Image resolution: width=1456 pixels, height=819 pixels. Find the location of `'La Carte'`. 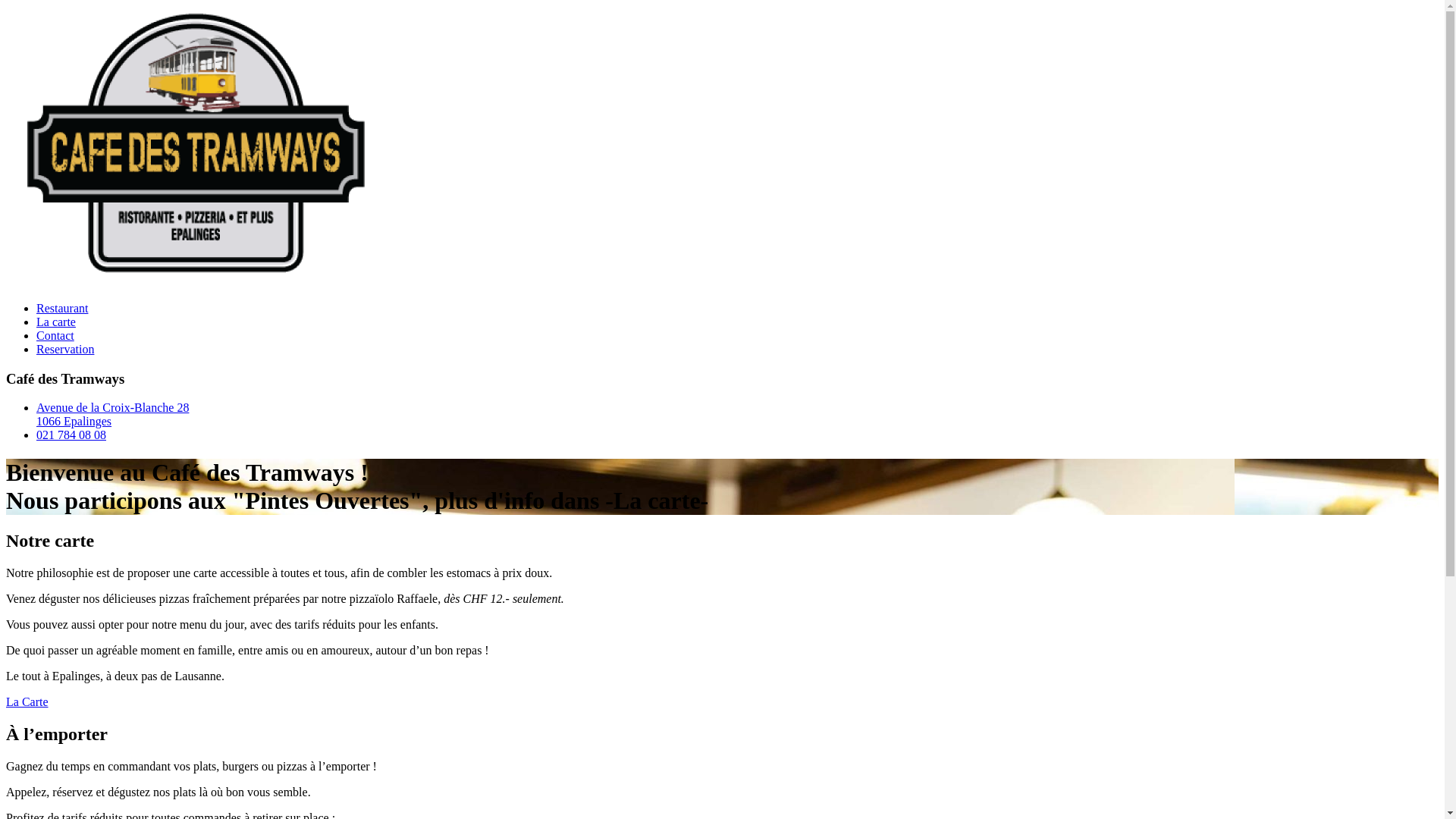

'La Carte' is located at coordinates (27, 701).